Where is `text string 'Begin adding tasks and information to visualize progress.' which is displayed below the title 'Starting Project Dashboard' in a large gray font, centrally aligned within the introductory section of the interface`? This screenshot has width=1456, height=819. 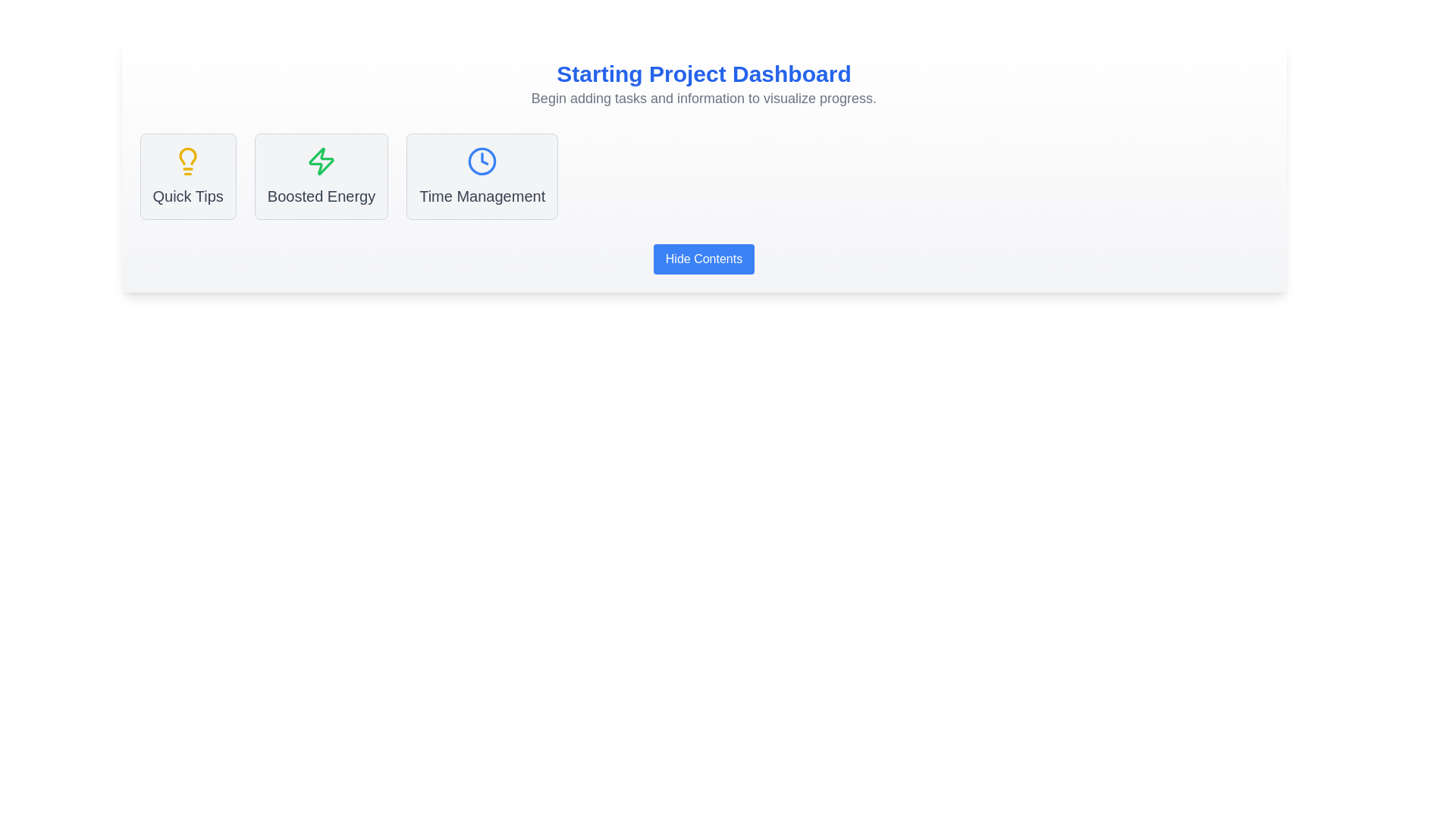
text string 'Begin adding tasks and information to visualize progress.' which is displayed below the title 'Starting Project Dashboard' in a large gray font, centrally aligned within the introductory section of the interface is located at coordinates (703, 99).